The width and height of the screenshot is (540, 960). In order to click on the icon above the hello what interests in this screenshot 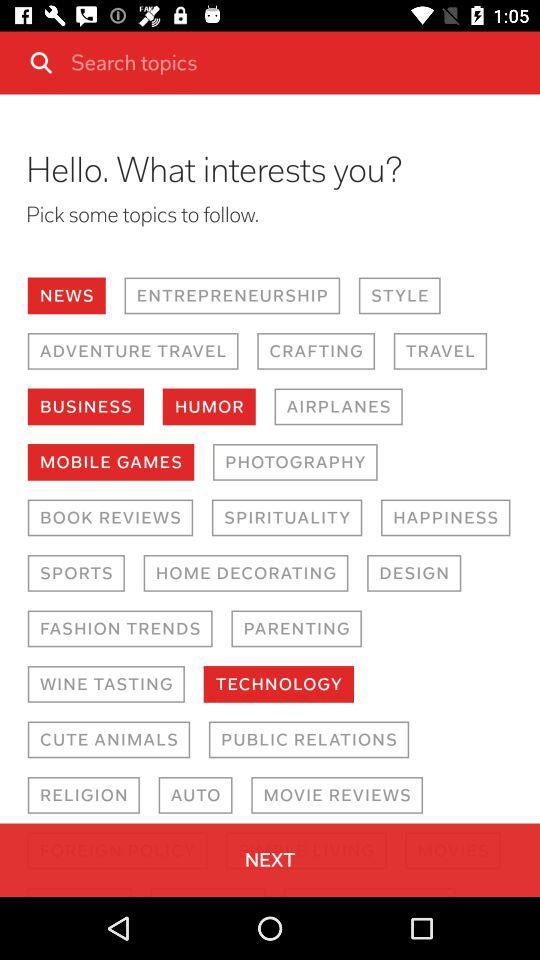, I will do `click(297, 62)`.